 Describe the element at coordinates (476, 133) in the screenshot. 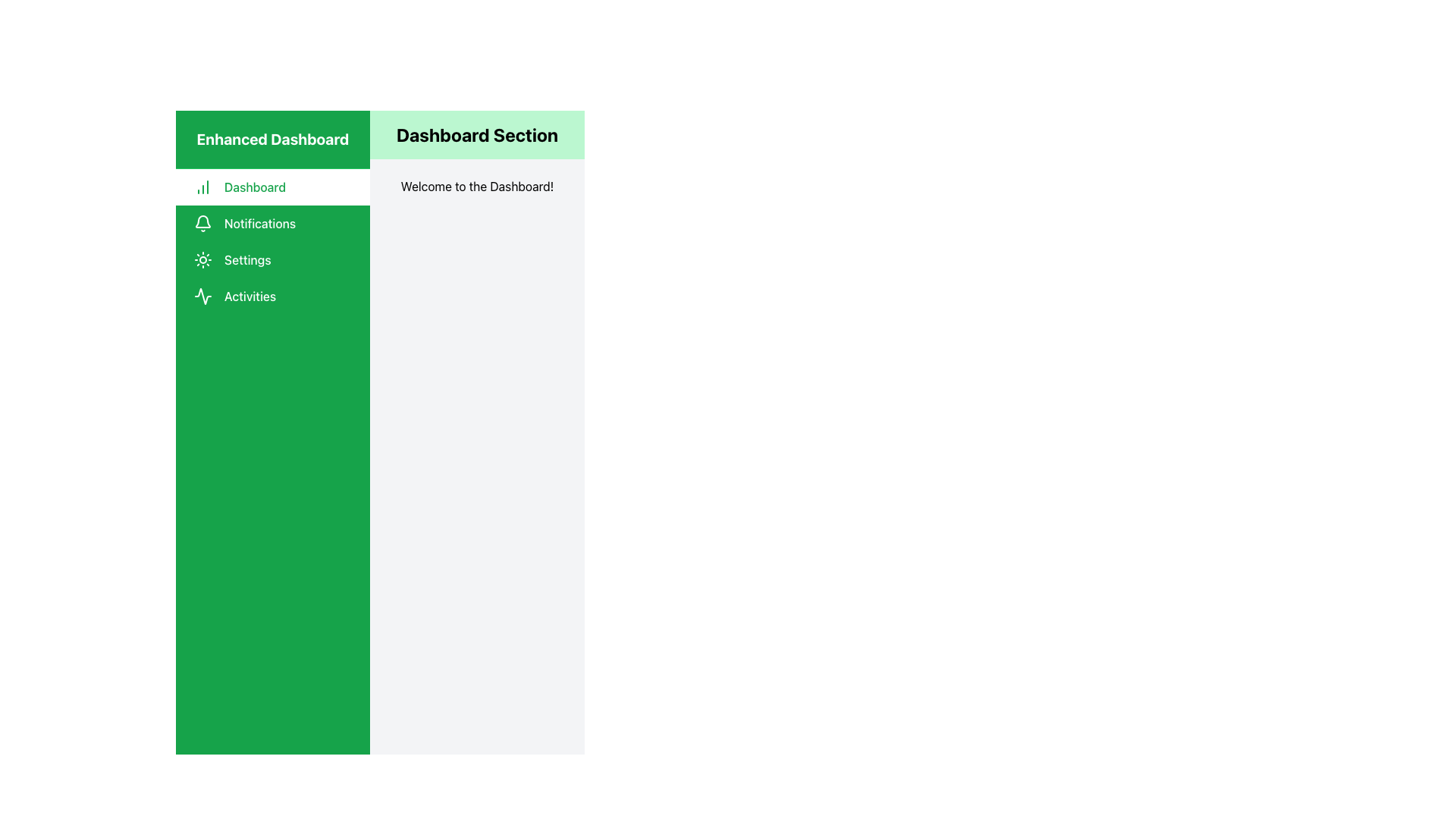

I see `bold, black-colored heading text 'Dashboard Section' displayed in a large font size, which is centrally located below the 'Enhanced Dashboard' title on a light green background` at that location.